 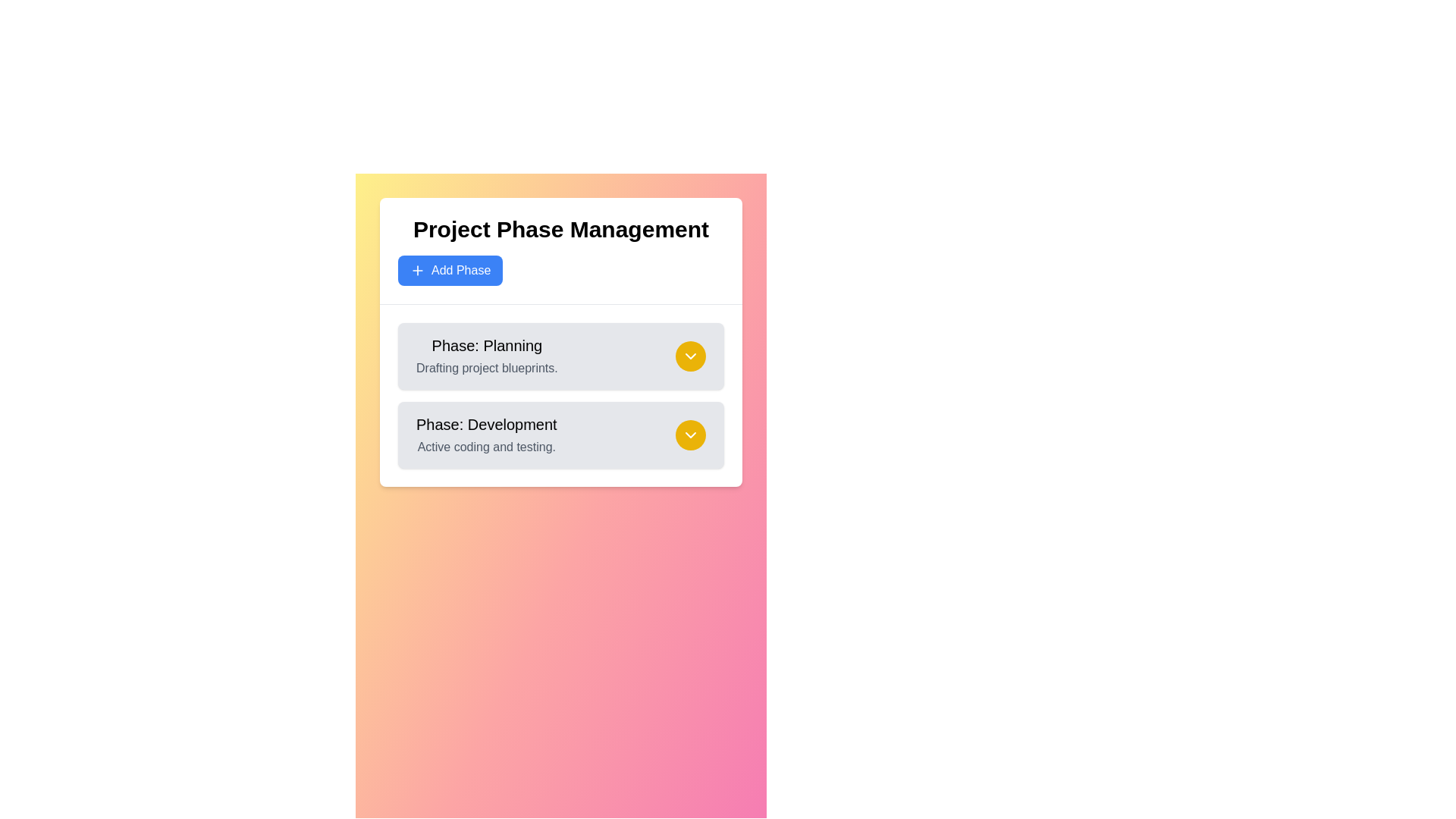 I want to click on the static text label displaying the 'Planning' phase information and its description 'Drafting project blueprints.', so click(x=487, y=356).